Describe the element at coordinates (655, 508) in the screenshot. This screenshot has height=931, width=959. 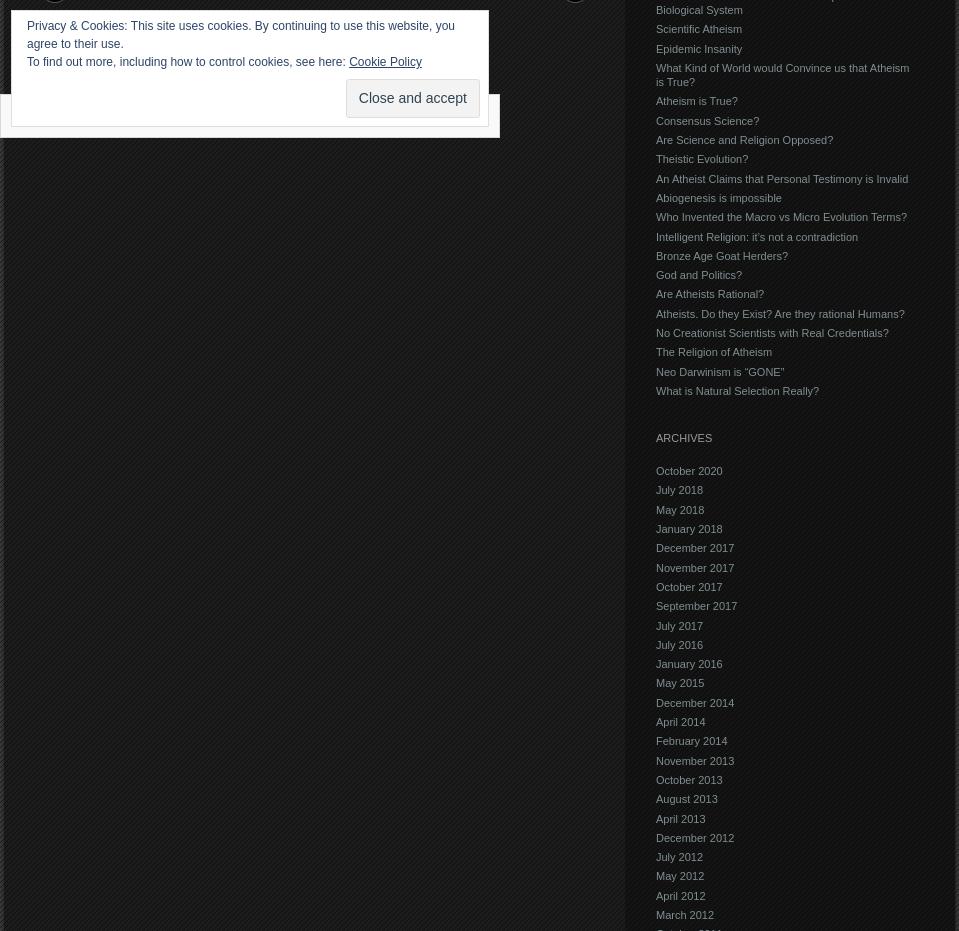
I see `'May 2018'` at that location.